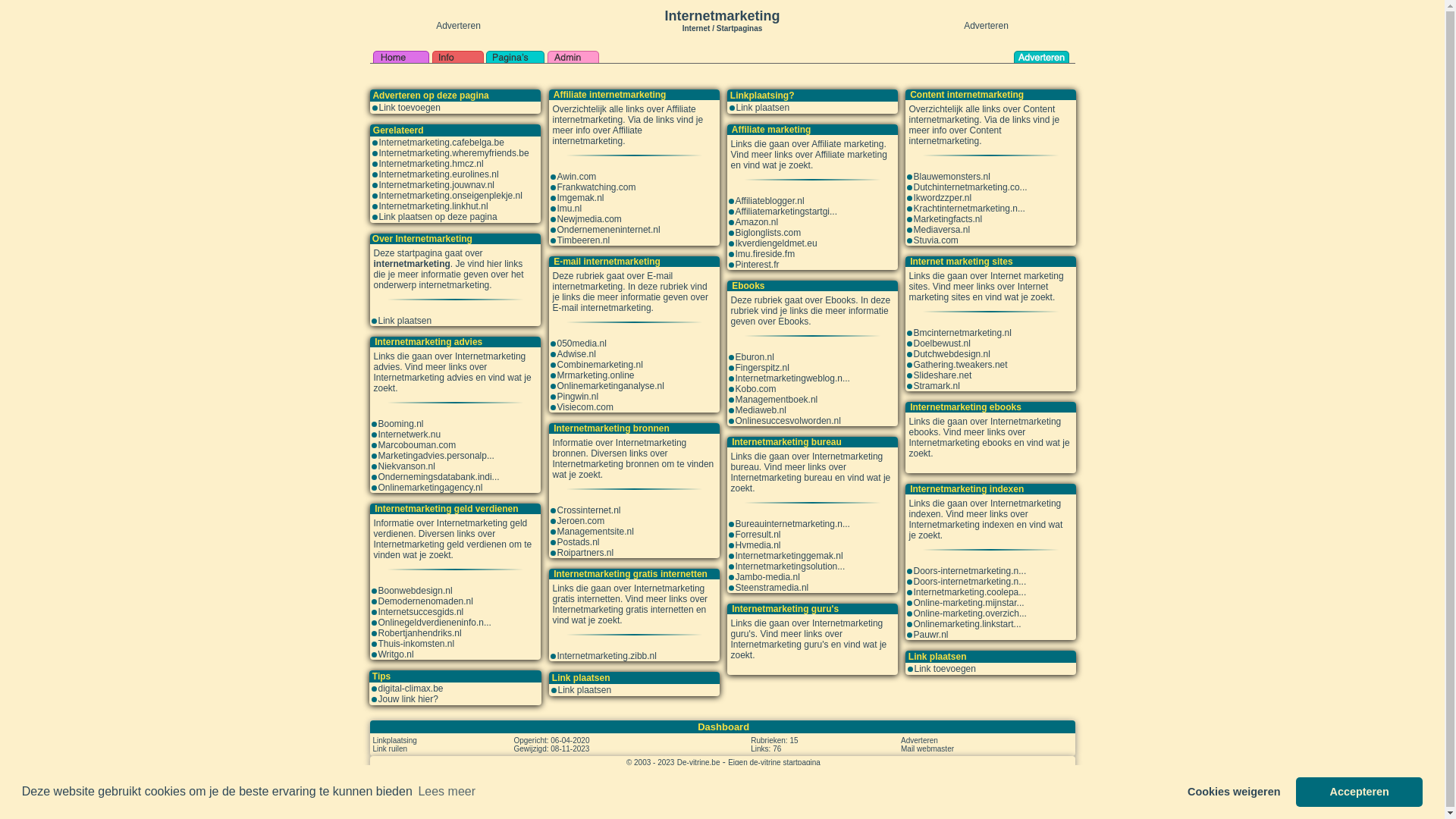  Describe the element at coordinates (446, 791) in the screenshot. I see `'Lees meer'` at that location.